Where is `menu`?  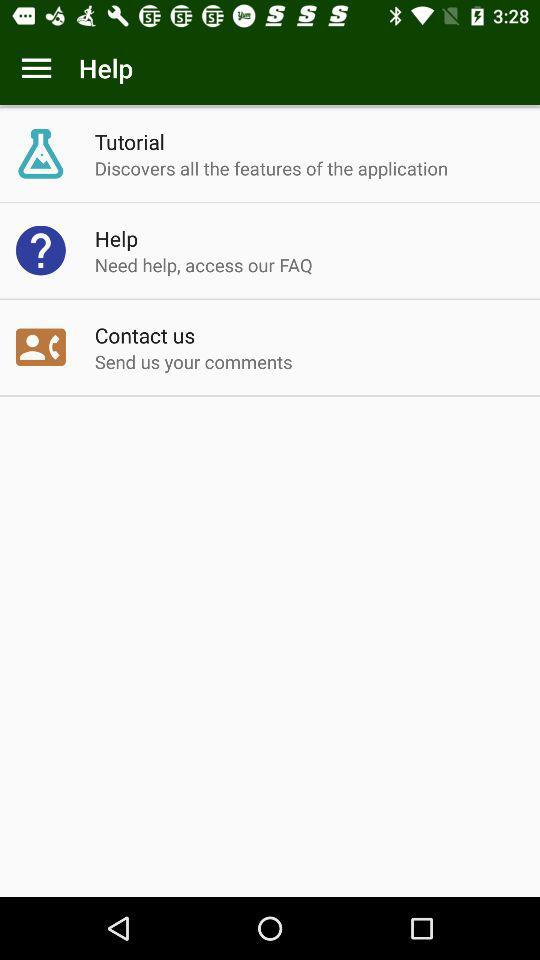 menu is located at coordinates (36, 68).